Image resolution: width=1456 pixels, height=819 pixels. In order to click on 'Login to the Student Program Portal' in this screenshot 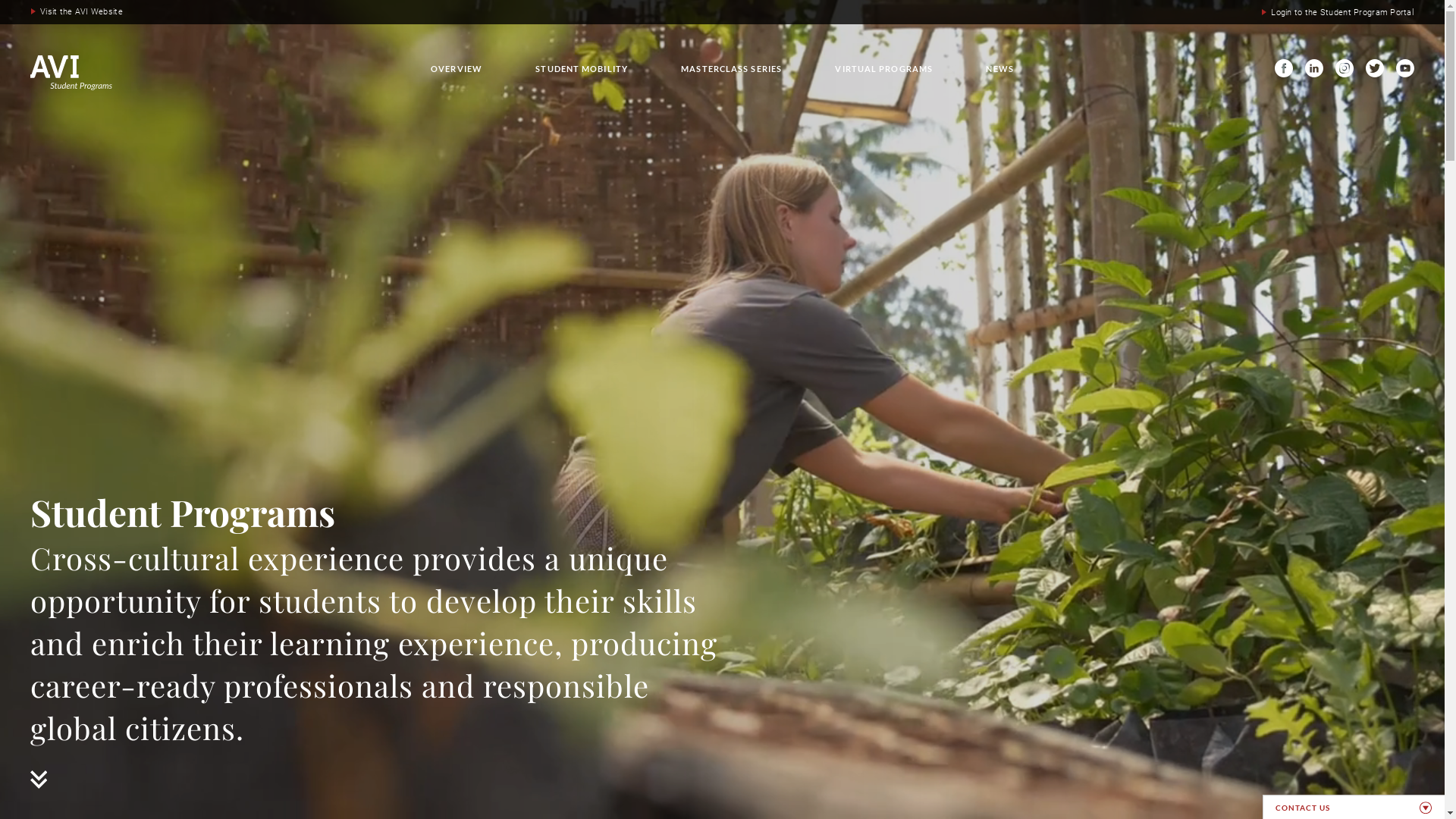, I will do `click(1337, 12)`.